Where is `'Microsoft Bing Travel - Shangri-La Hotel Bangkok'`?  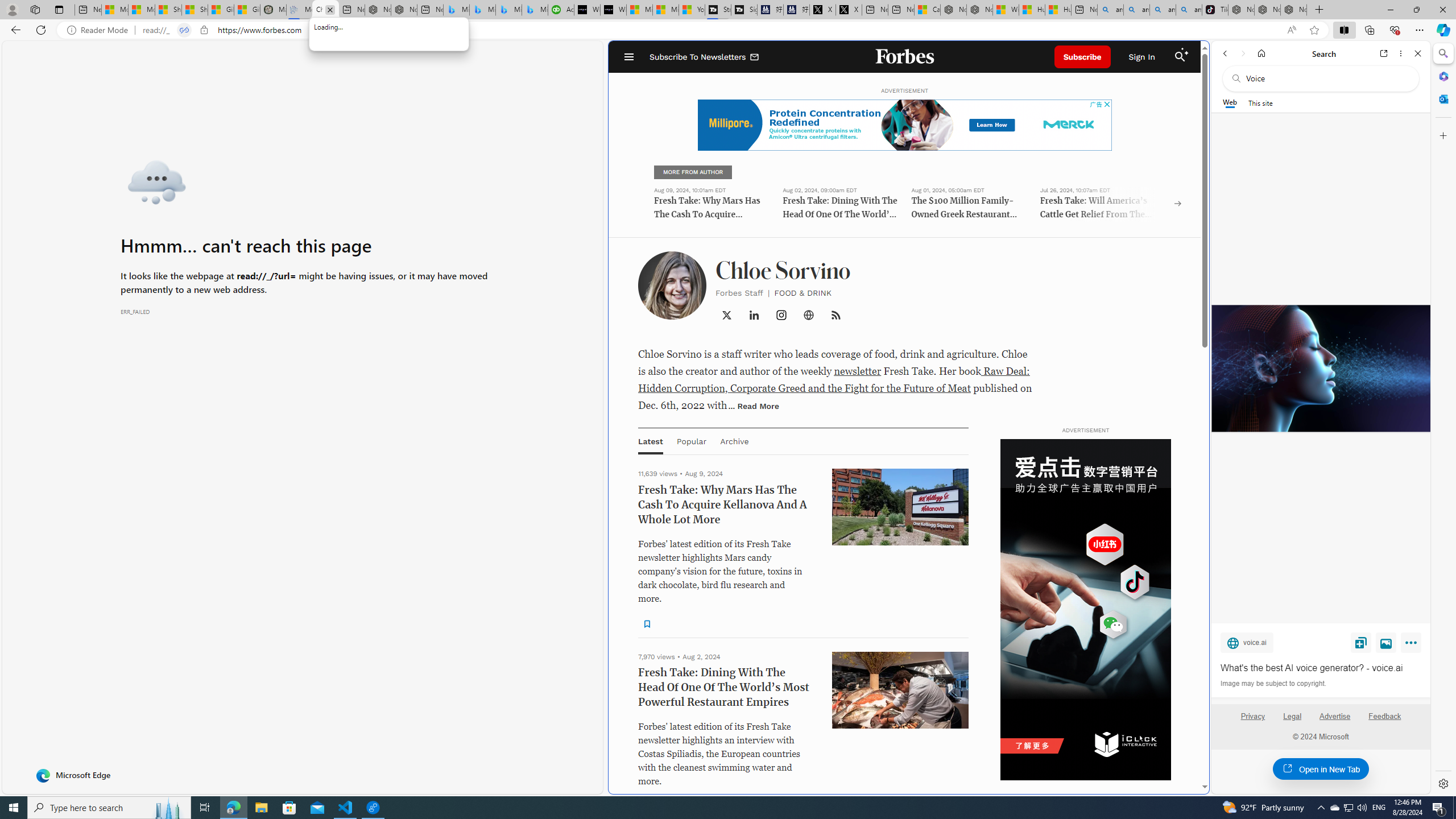 'Microsoft Bing Travel - Shangri-La Hotel Bangkok' is located at coordinates (534, 9).